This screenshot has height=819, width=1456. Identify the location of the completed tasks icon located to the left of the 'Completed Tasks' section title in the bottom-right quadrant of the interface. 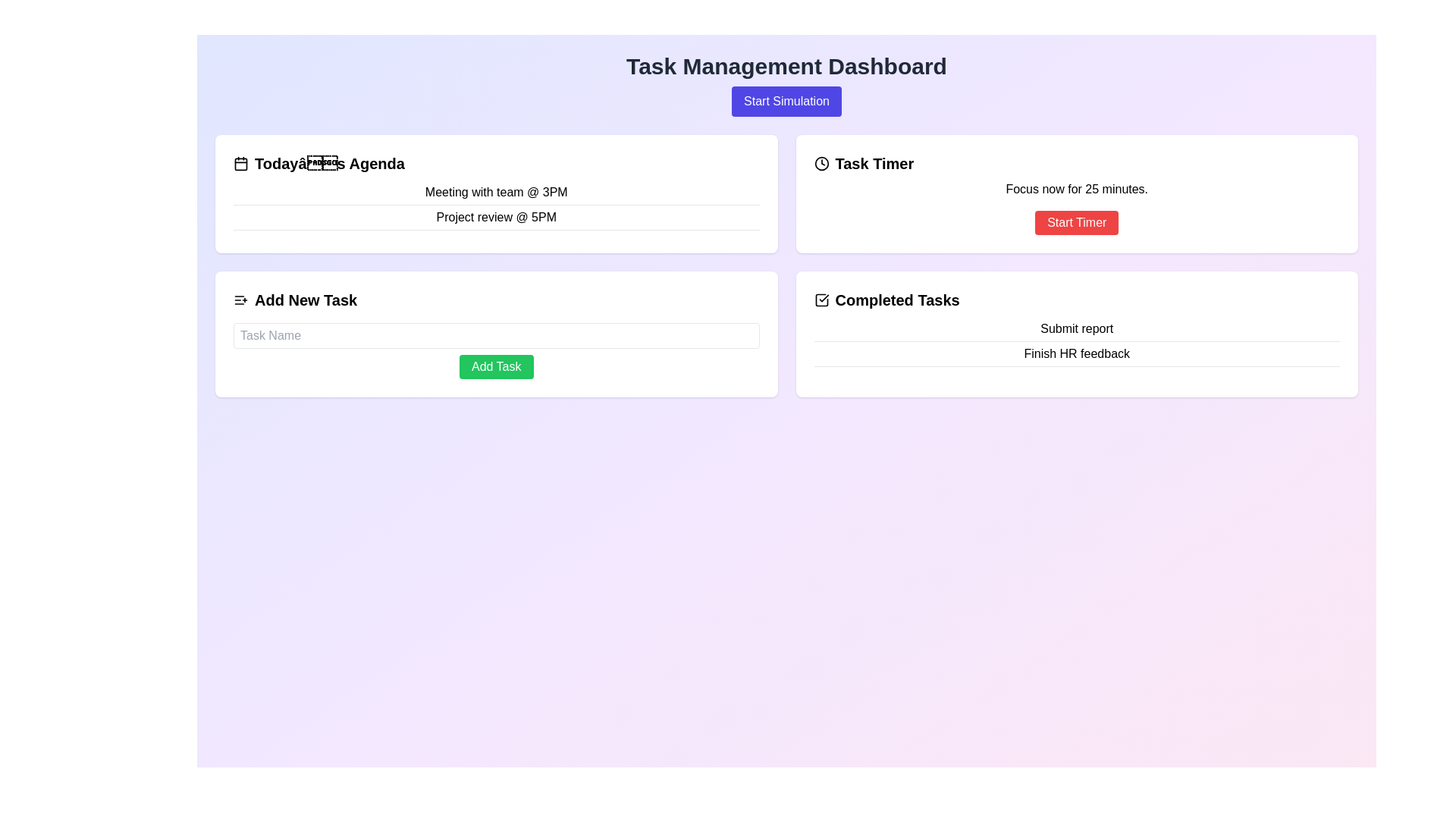
(821, 300).